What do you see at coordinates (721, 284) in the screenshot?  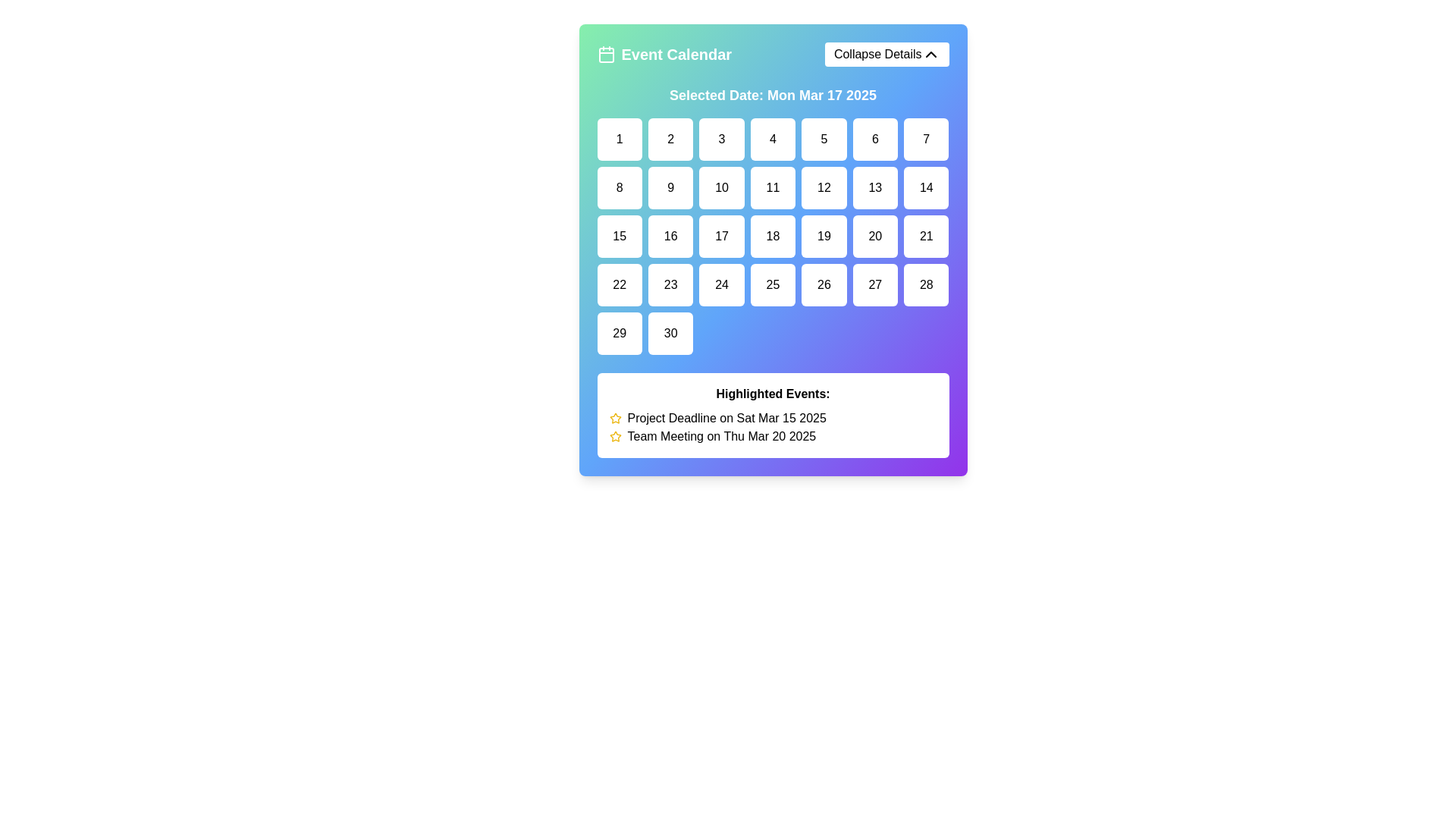 I see `the calendar button representing the 24th day` at bounding box center [721, 284].